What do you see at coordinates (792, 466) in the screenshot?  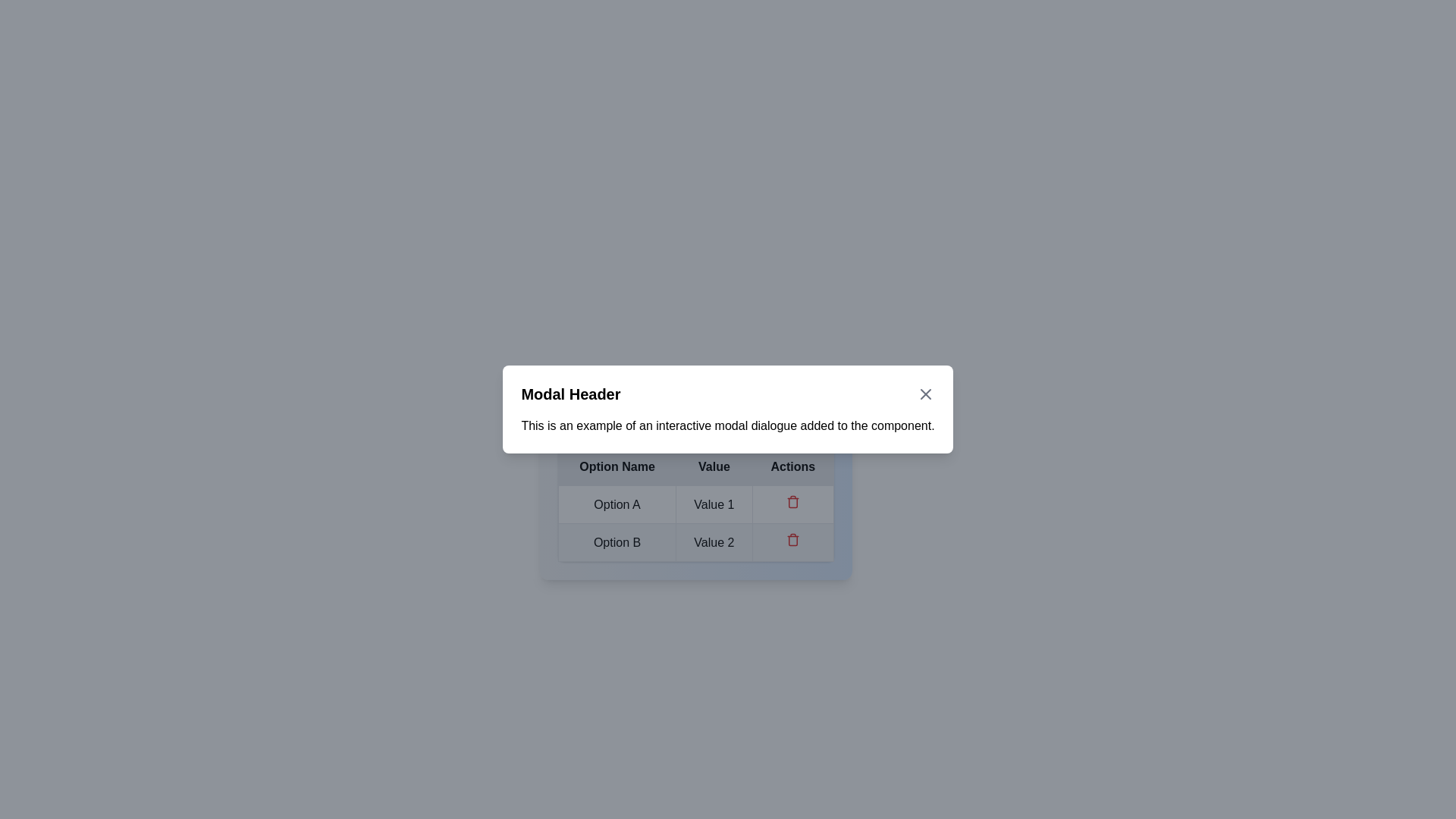 I see `the third column header cell of the table, which is part of a modal dialog box and indicates actions related to the items in the table rows below` at bounding box center [792, 466].